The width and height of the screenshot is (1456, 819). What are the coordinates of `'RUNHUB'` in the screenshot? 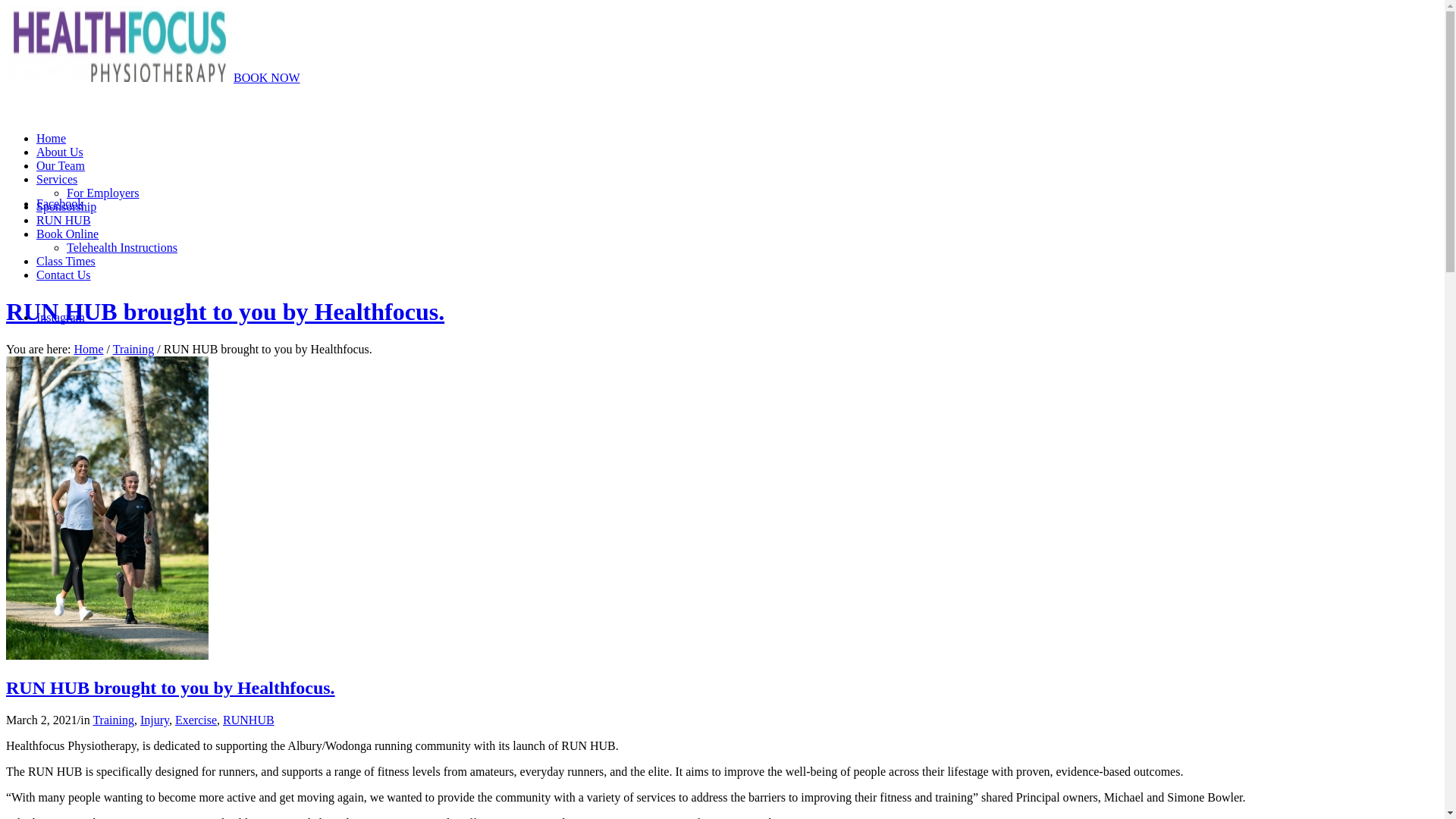 It's located at (248, 719).